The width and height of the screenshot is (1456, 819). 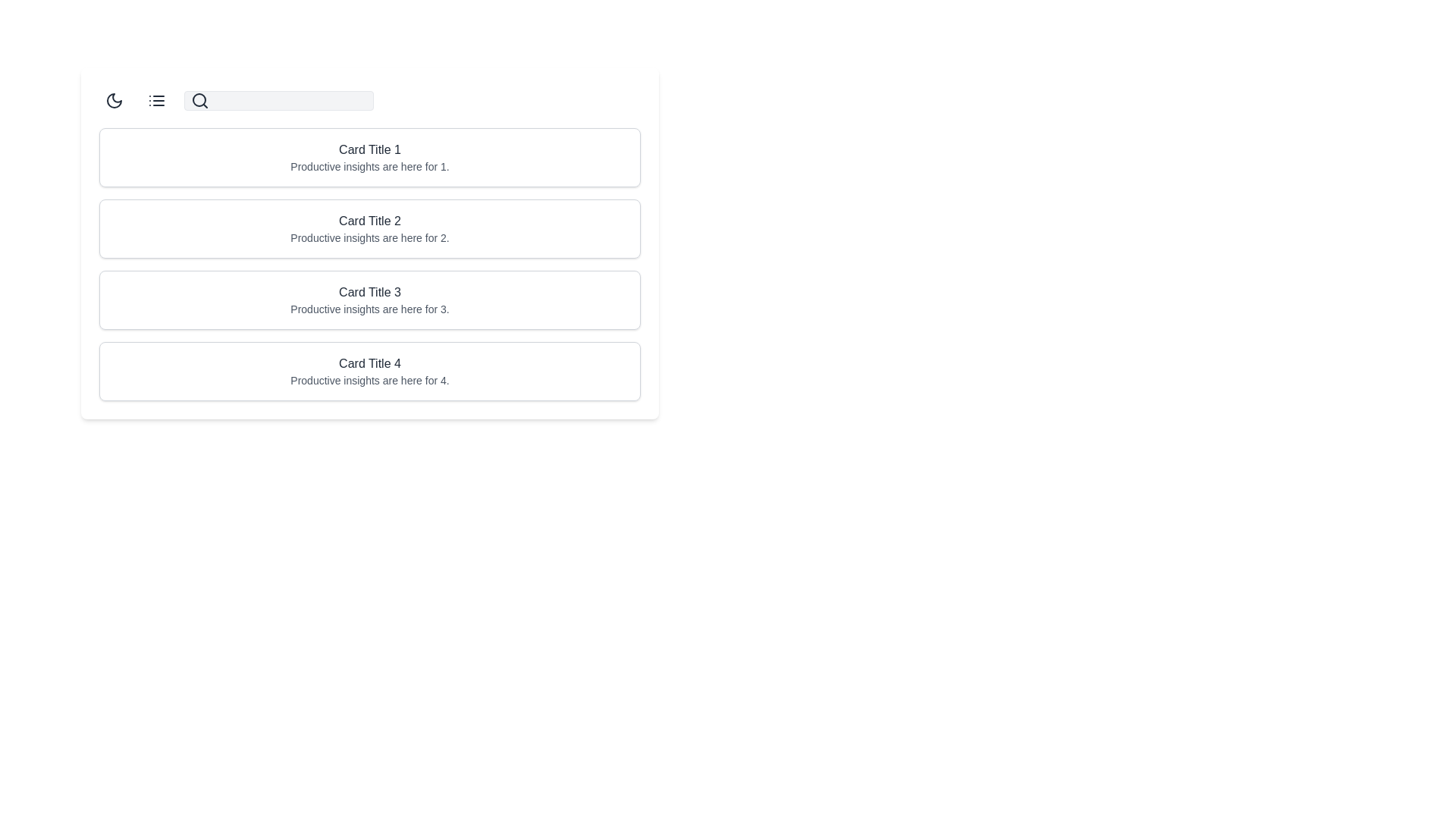 What do you see at coordinates (370, 228) in the screenshot?
I see `the card with the title 'Card Title 2', which is the second card in a vertically stacked list` at bounding box center [370, 228].